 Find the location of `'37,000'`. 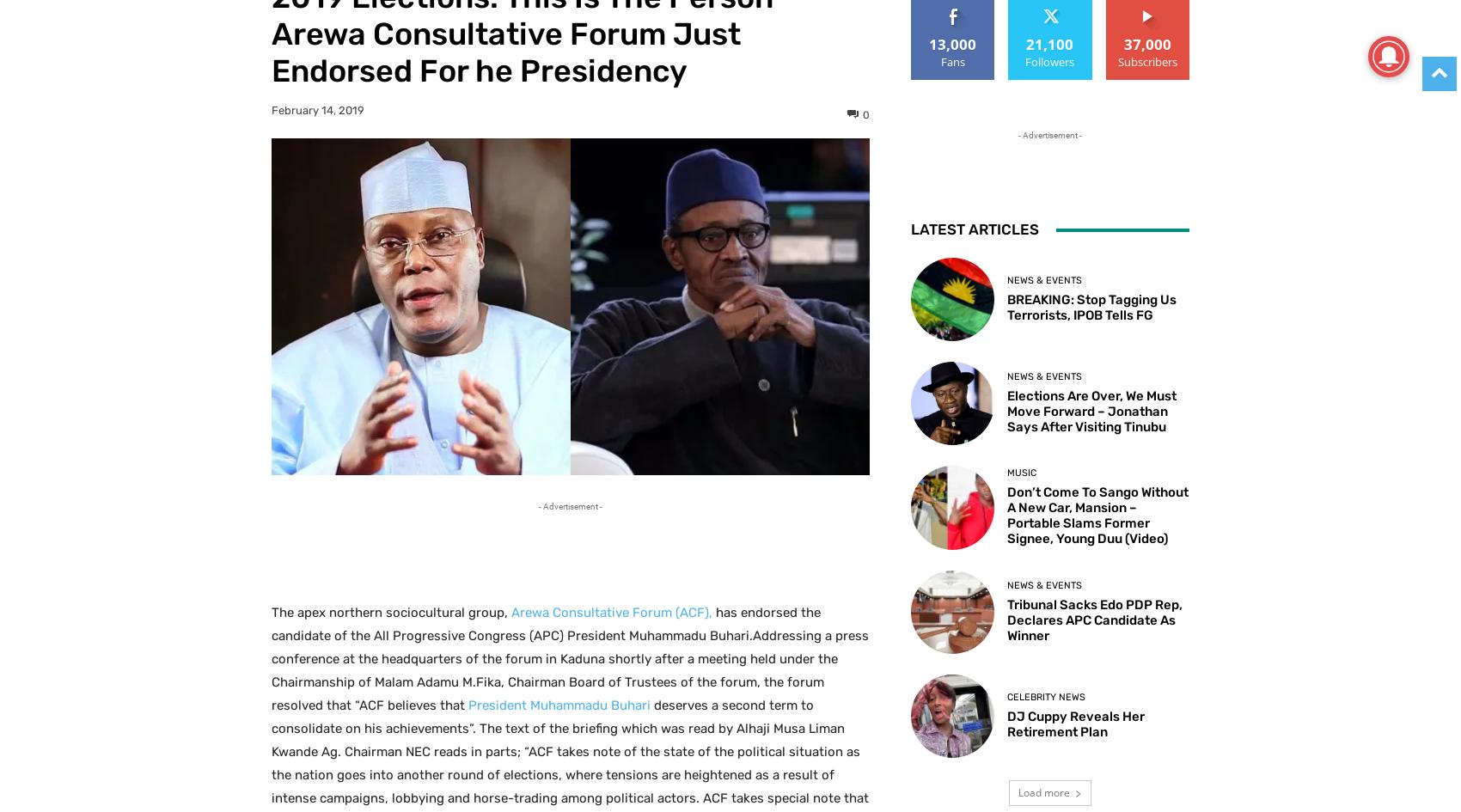

'37,000' is located at coordinates (1146, 44).